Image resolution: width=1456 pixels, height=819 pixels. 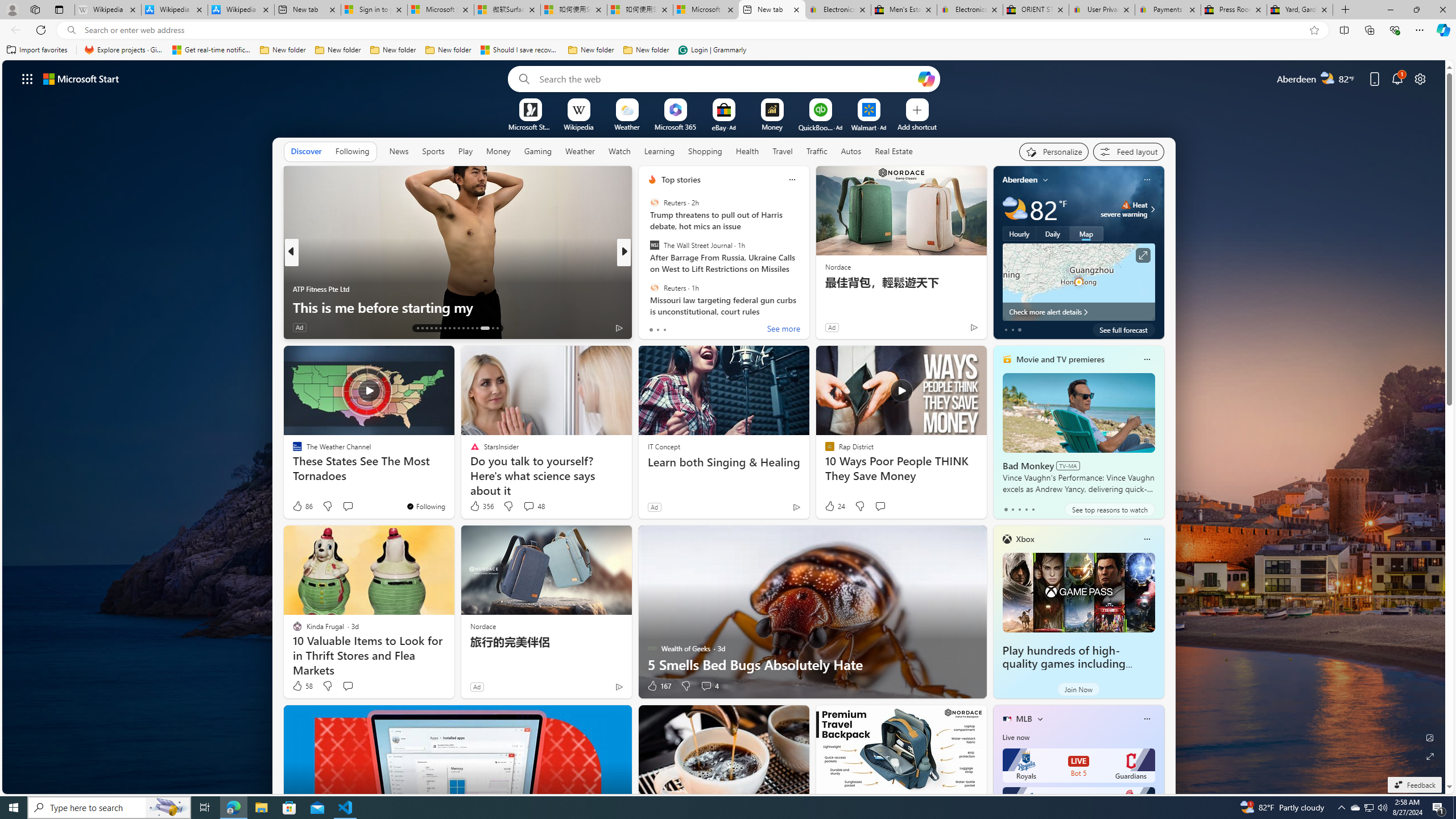 What do you see at coordinates (580, 150) in the screenshot?
I see `'Weather'` at bounding box center [580, 150].